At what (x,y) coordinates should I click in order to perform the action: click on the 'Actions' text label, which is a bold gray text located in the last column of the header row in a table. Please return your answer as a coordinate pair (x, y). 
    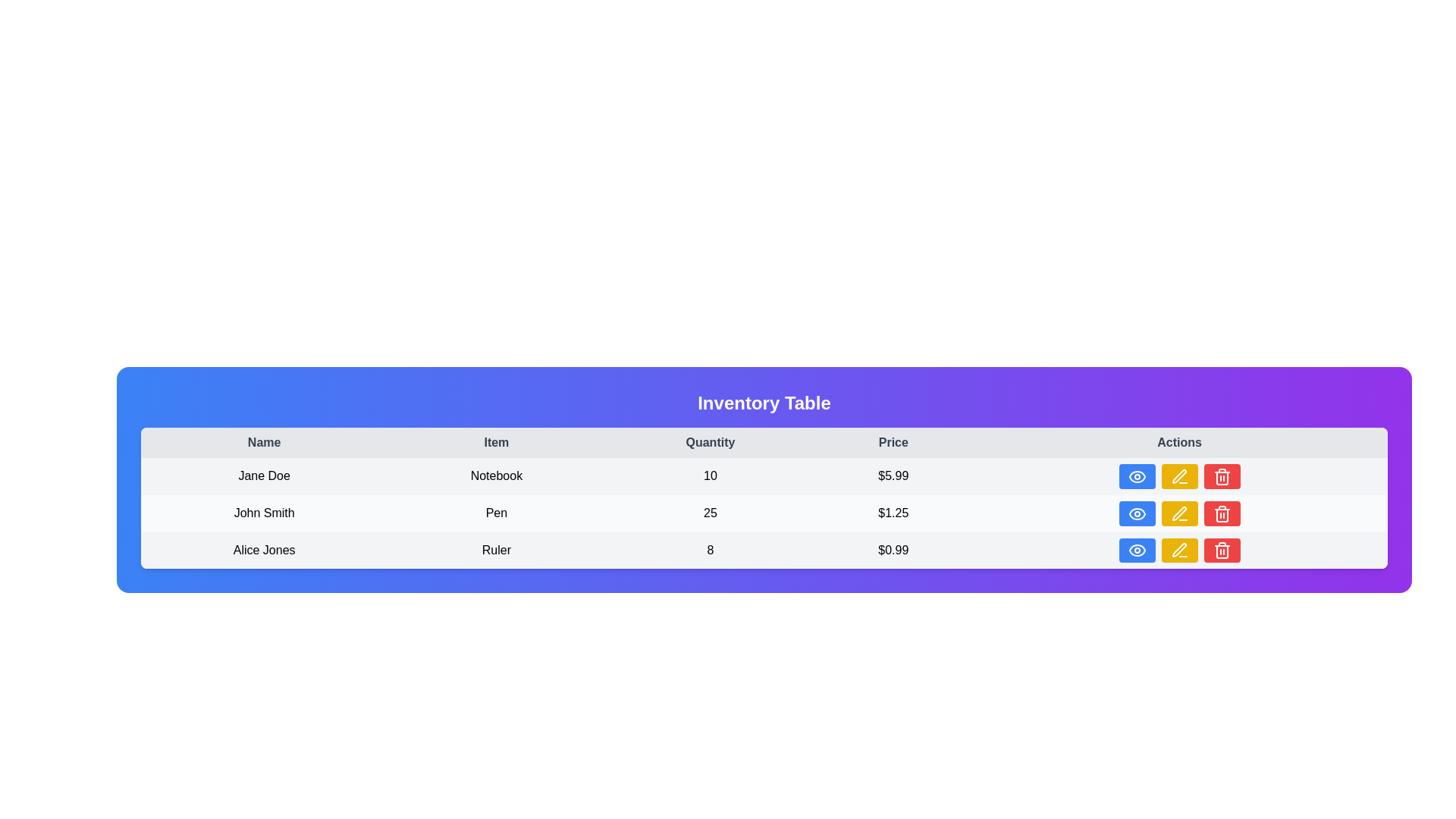
    Looking at the image, I should click on (1178, 442).